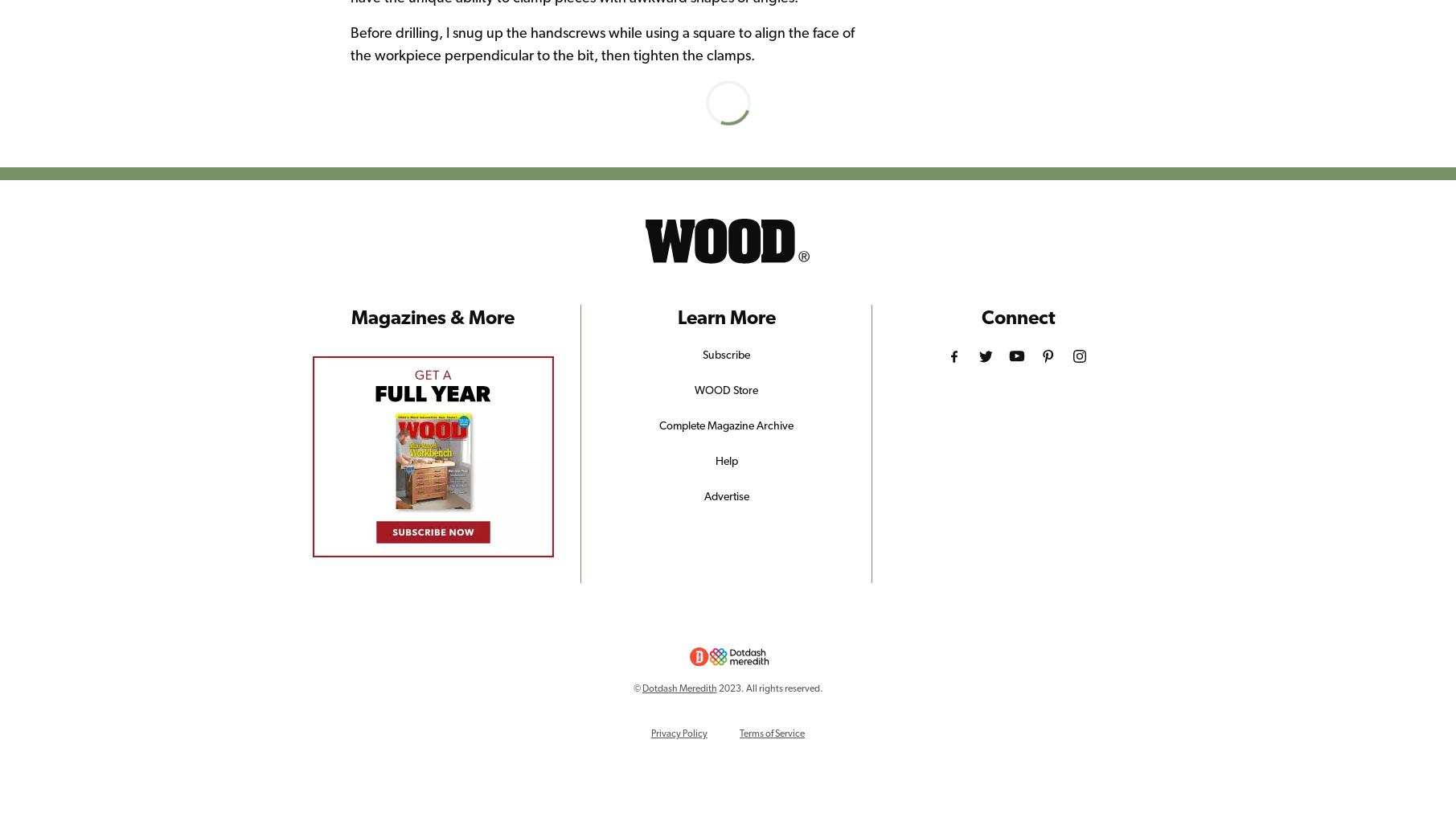  Describe the element at coordinates (432, 315) in the screenshot. I see `'Magazines & More'` at that location.